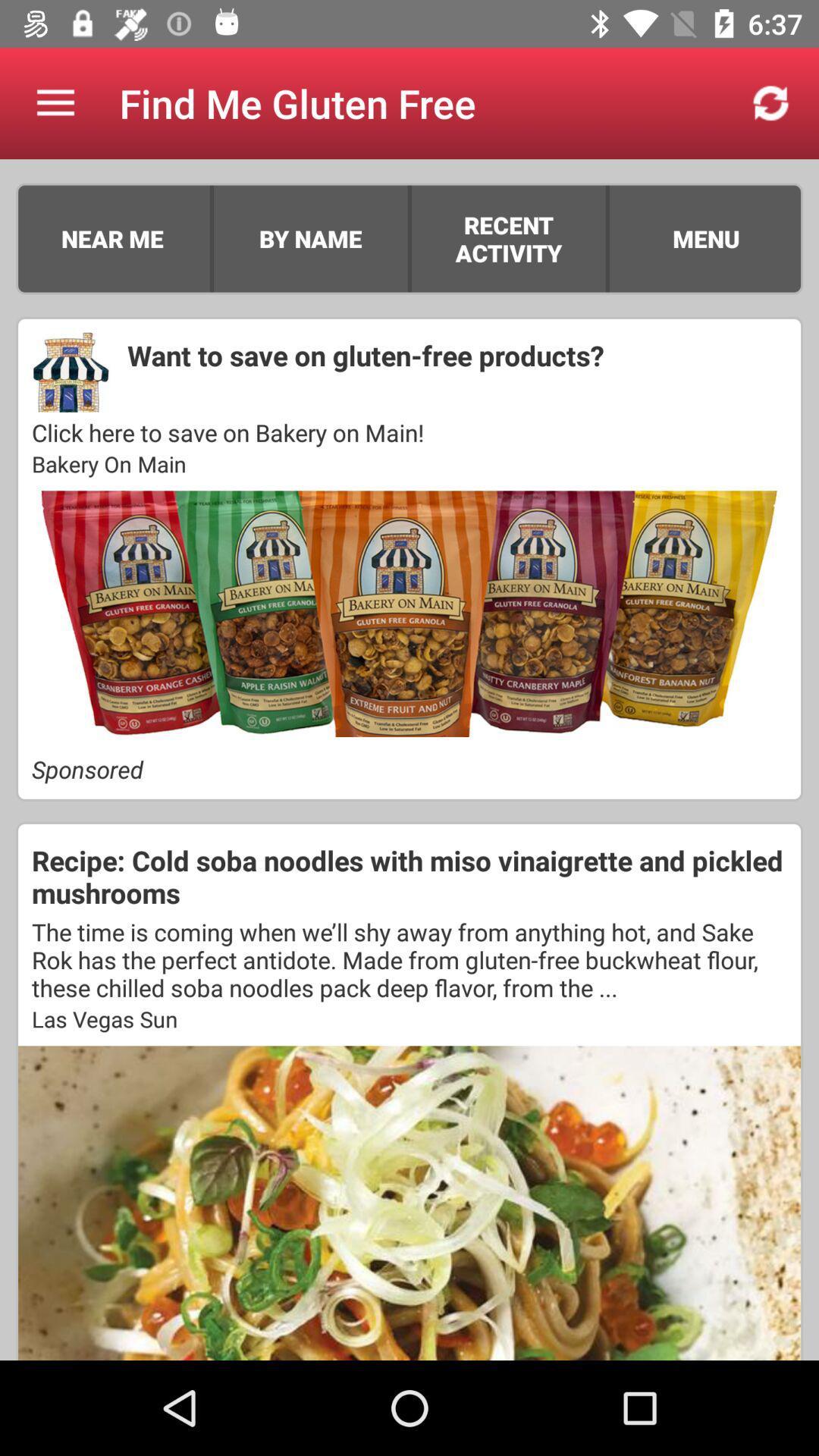 This screenshot has width=819, height=1456. Describe the element at coordinates (55, 102) in the screenshot. I see `the icon above near me` at that location.